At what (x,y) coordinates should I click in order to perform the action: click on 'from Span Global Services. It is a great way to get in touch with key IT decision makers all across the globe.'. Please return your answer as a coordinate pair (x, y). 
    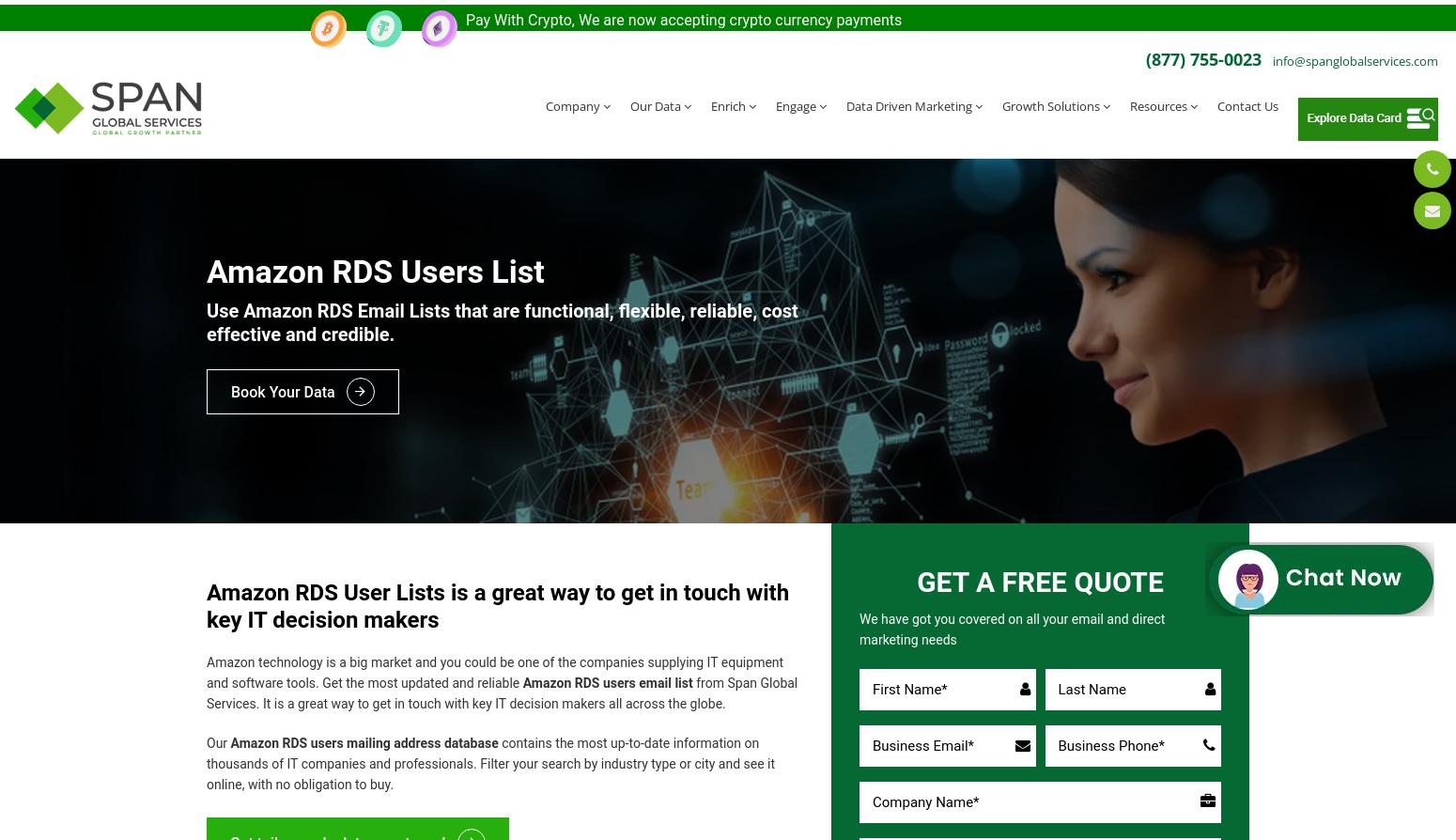
    Looking at the image, I should click on (205, 682).